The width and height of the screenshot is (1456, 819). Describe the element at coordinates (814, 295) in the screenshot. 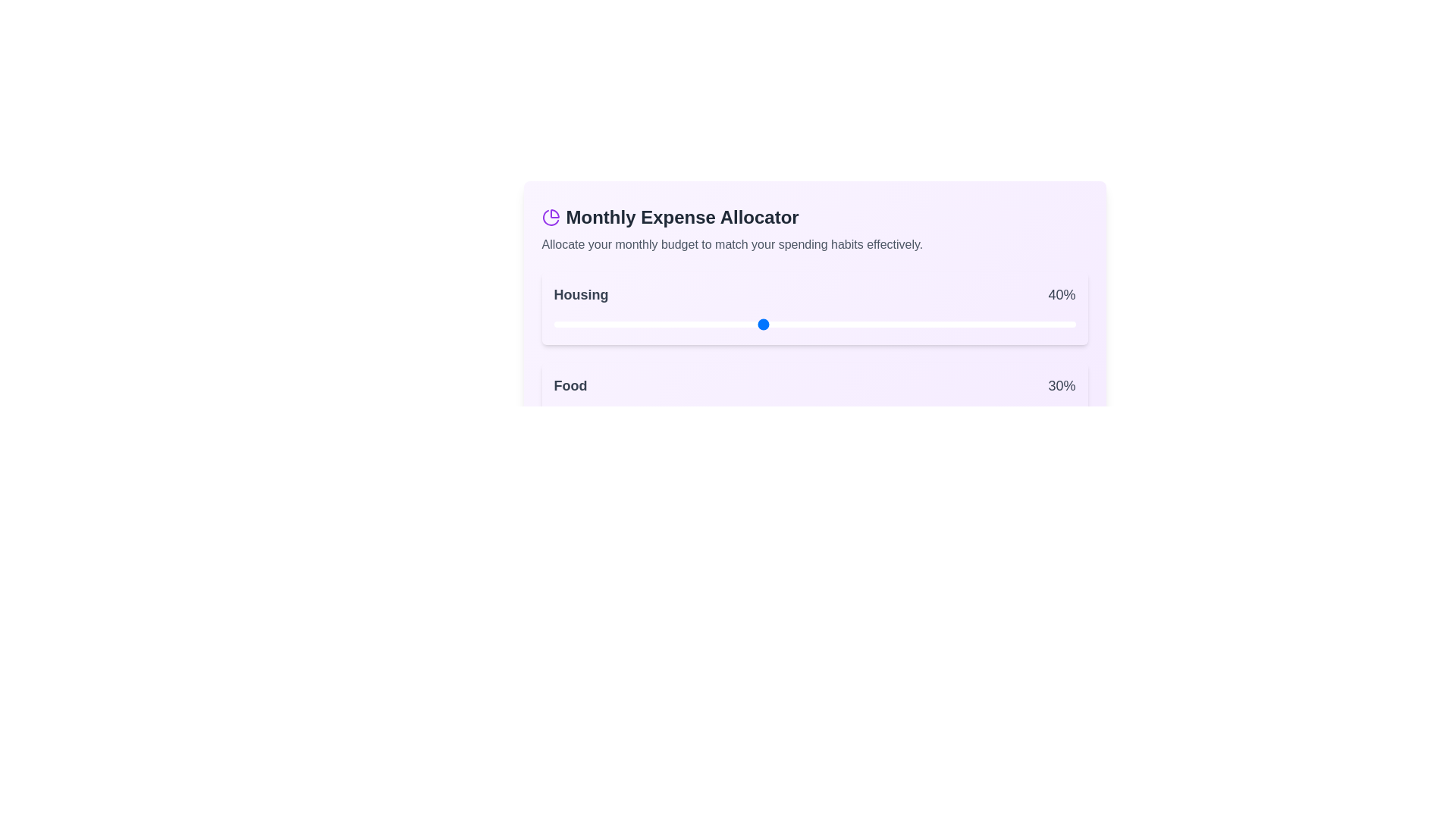

I see `the Text label displaying 'Housing' with the percentage '40%' positioned above the slider control` at that location.